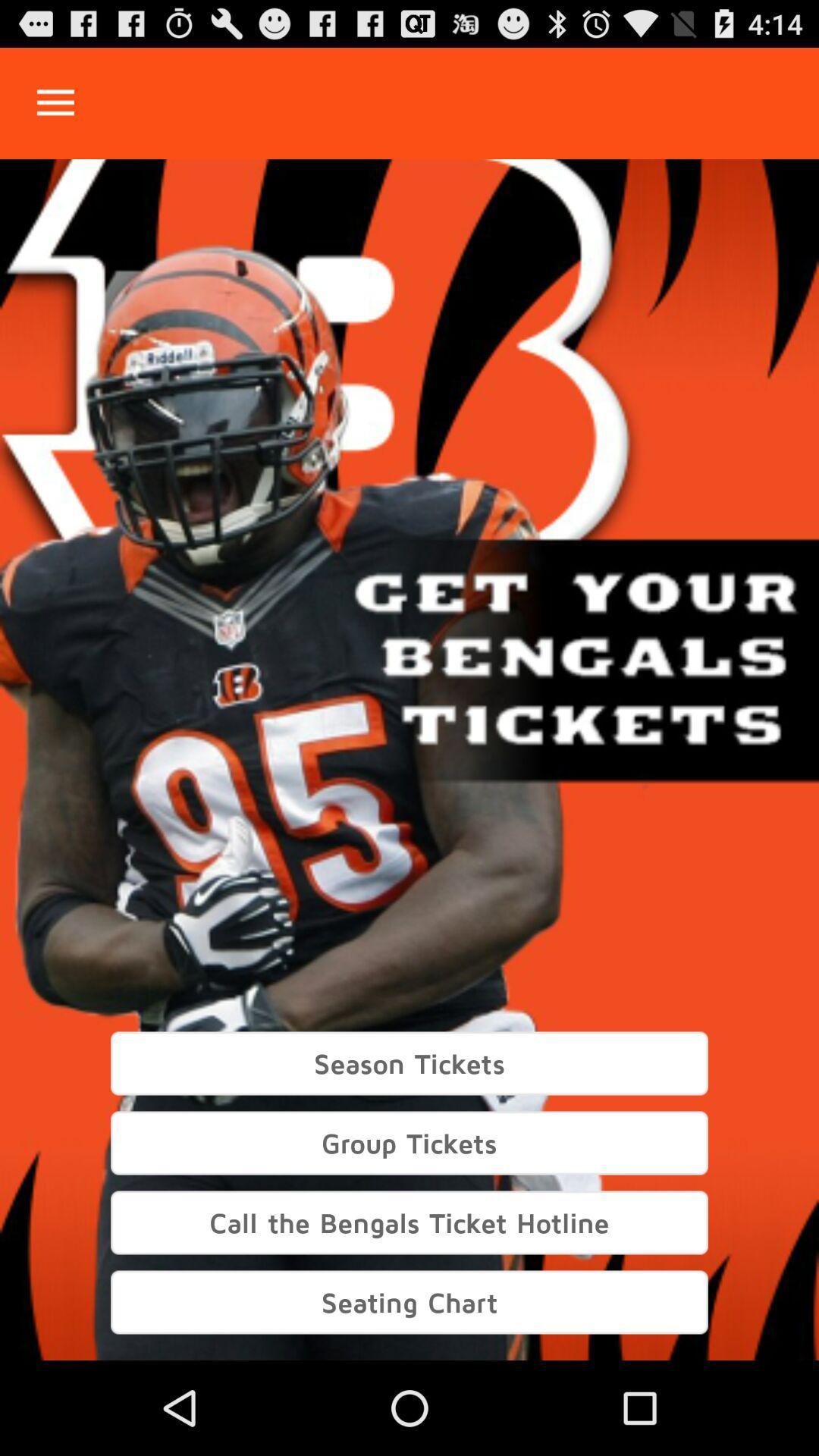 This screenshot has width=819, height=1456. Describe the element at coordinates (55, 102) in the screenshot. I see `open drop down menu` at that location.